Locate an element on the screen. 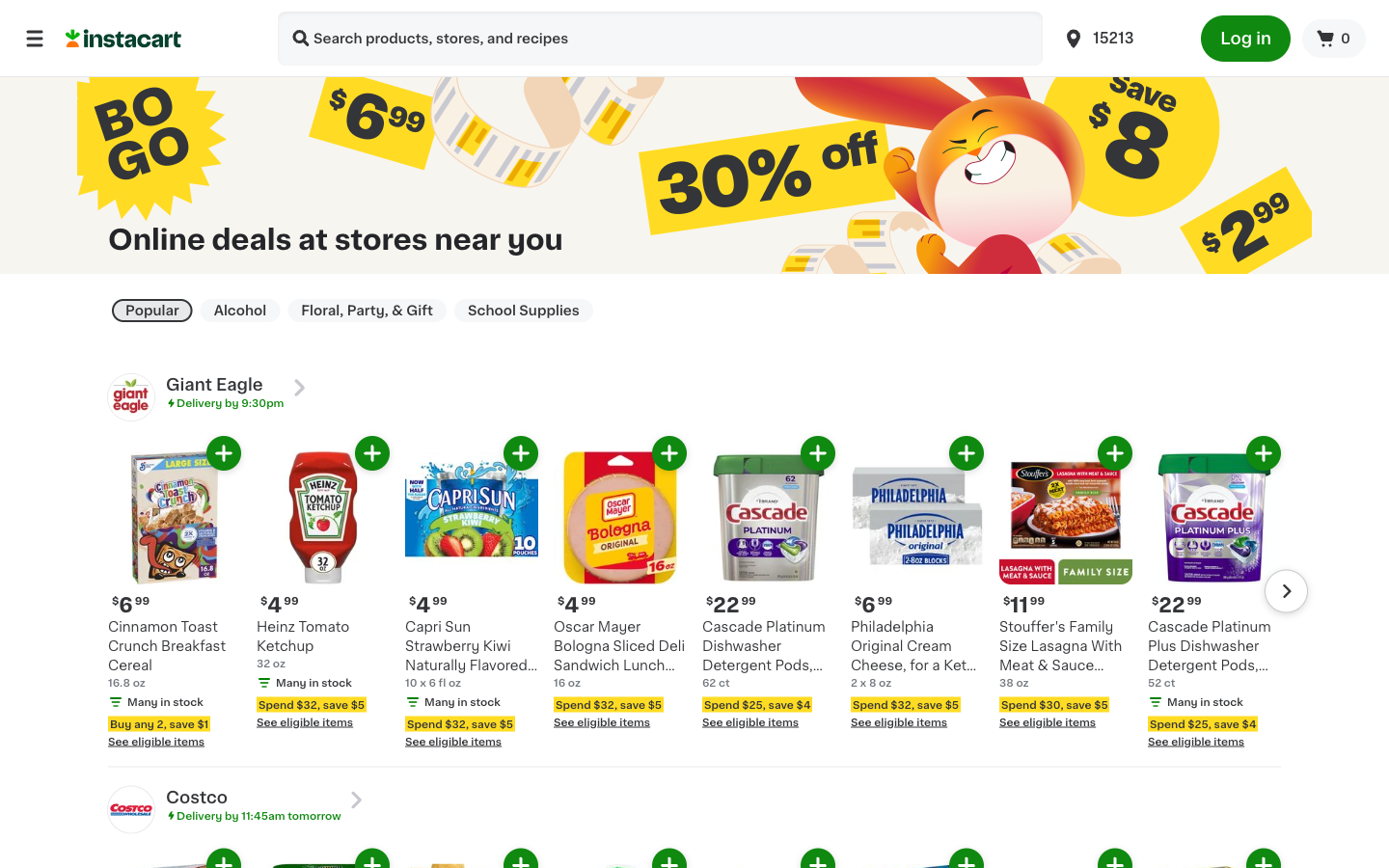 The height and width of the screenshot is (868, 1389). the application"s start screen is located at coordinates (34, 37).